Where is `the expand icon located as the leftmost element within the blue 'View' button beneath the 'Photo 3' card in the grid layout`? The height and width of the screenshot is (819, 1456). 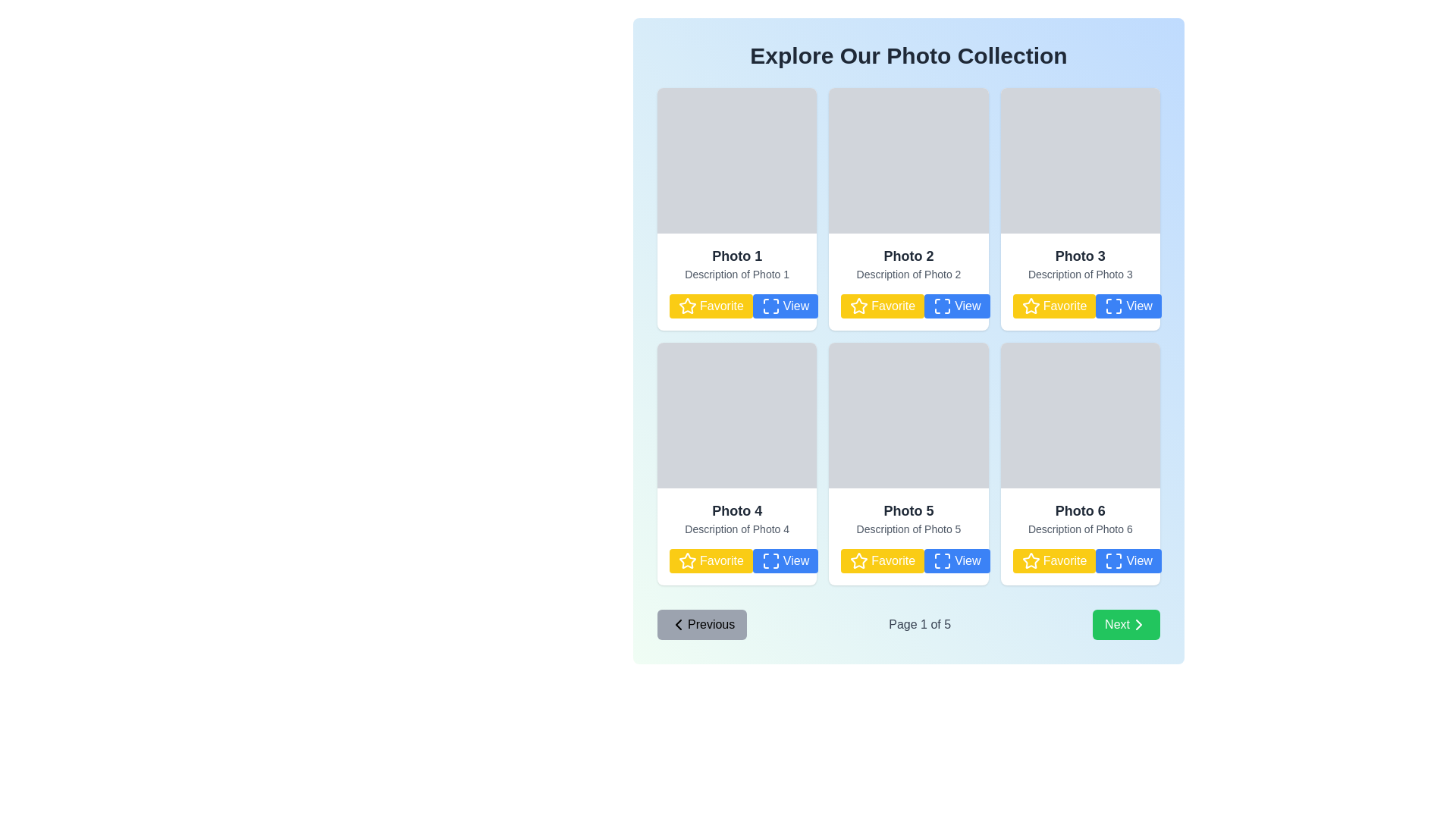
the expand icon located as the leftmost element within the blue 'View' button beneath the 'Photo 3' card in the grid layout is located at coordinates (1114, 306).